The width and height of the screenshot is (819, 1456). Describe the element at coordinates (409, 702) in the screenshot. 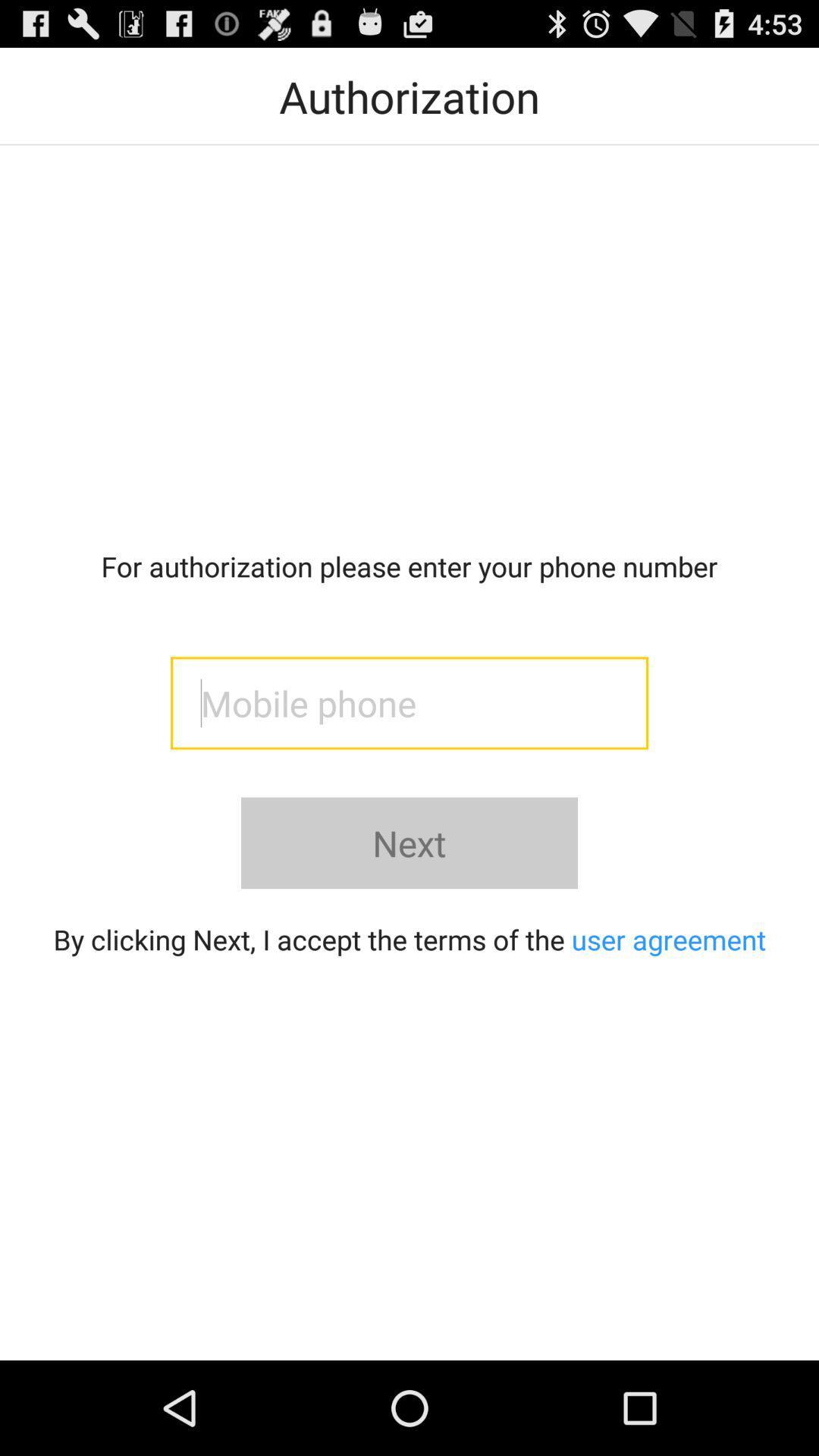

I see `icon below the for authorization please item` at that location.